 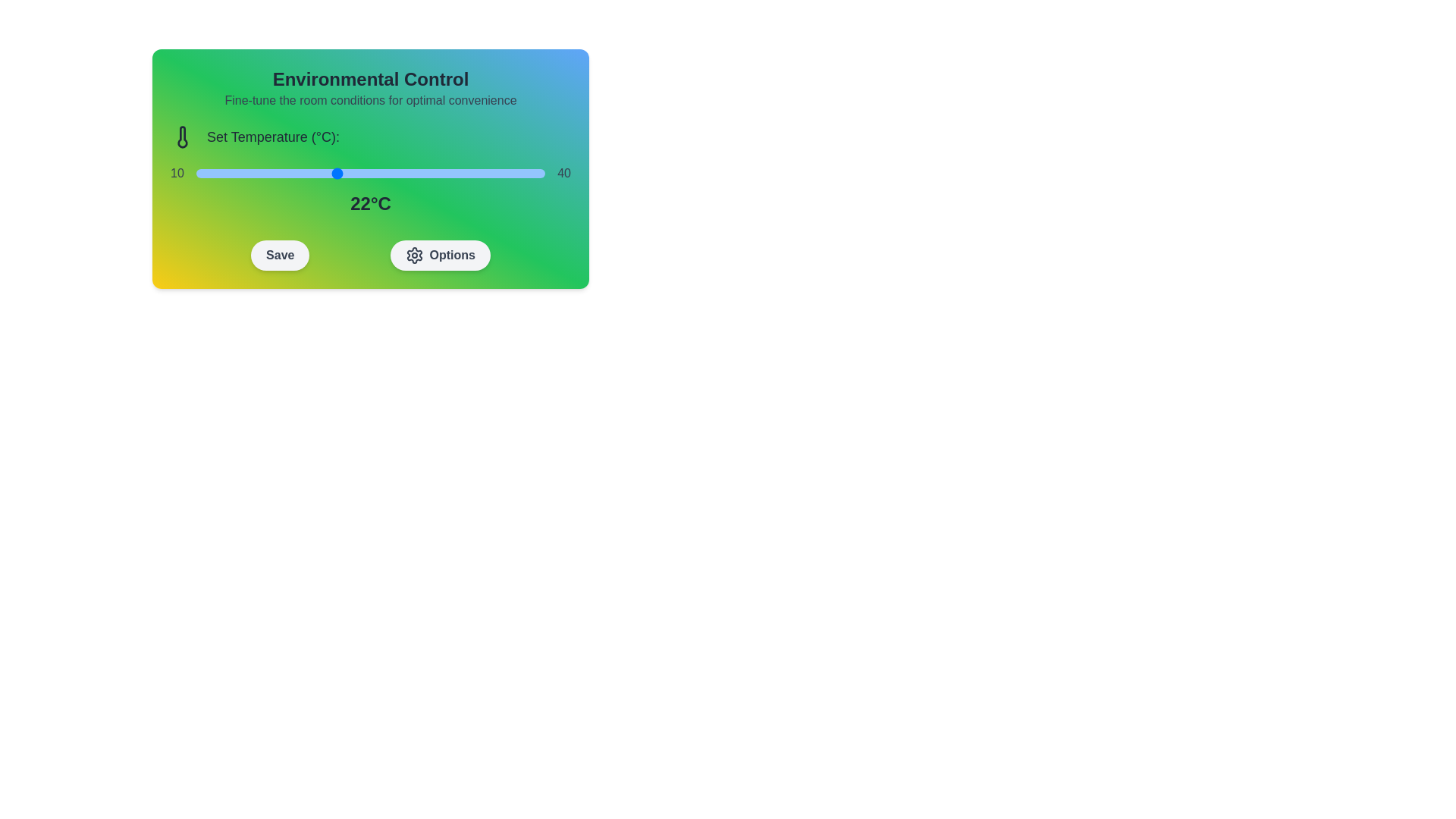 I want to click on the label element that describes the temperature adjustment slider, located above the slider control with small text values '10' and '40', so click(x=371, y=137).